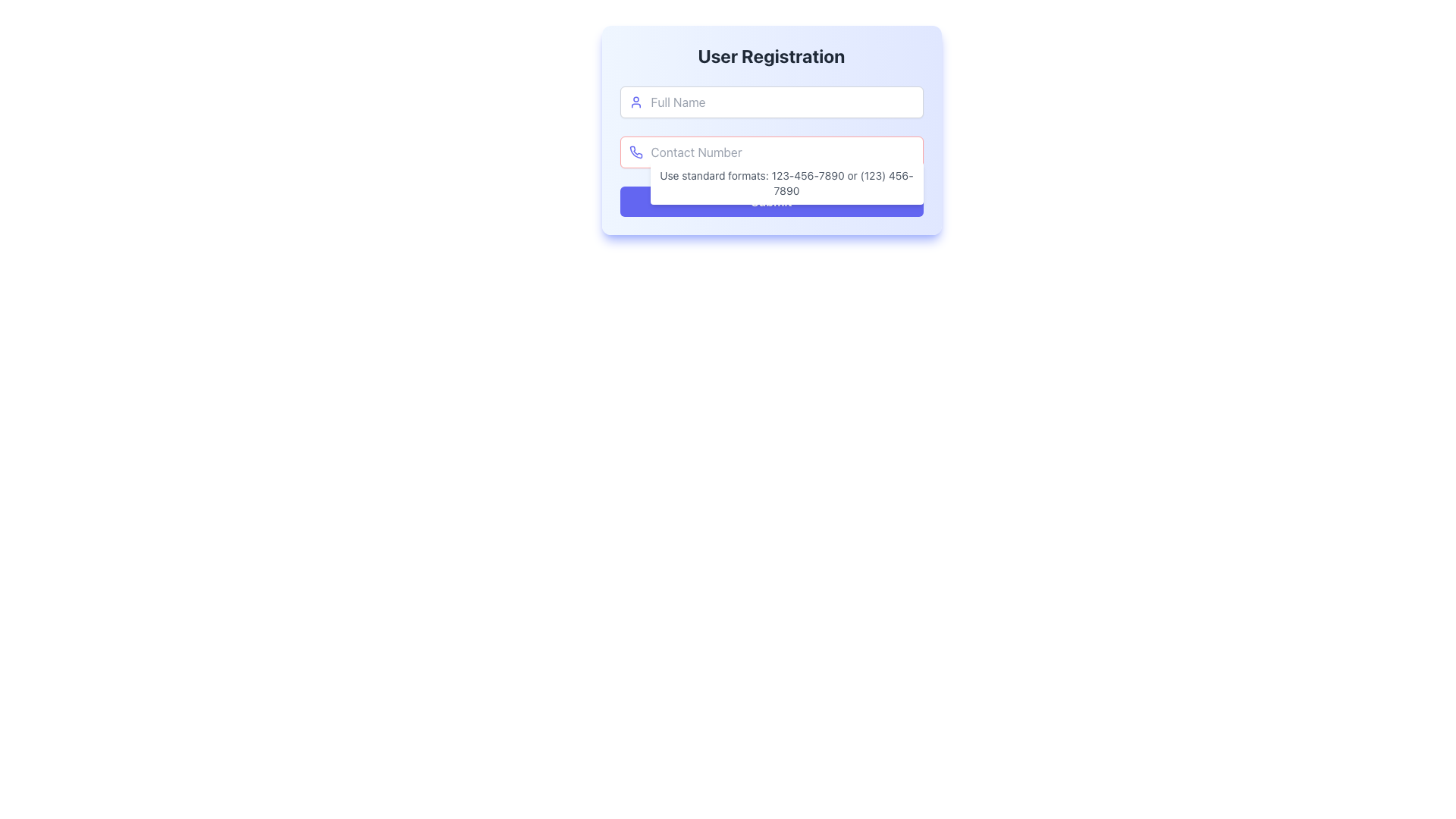 The height and width of the screenshot is (819, 1456). I want to click on the small blue phone icon located near the top-left inside the contact number input field, so click(635, 152).